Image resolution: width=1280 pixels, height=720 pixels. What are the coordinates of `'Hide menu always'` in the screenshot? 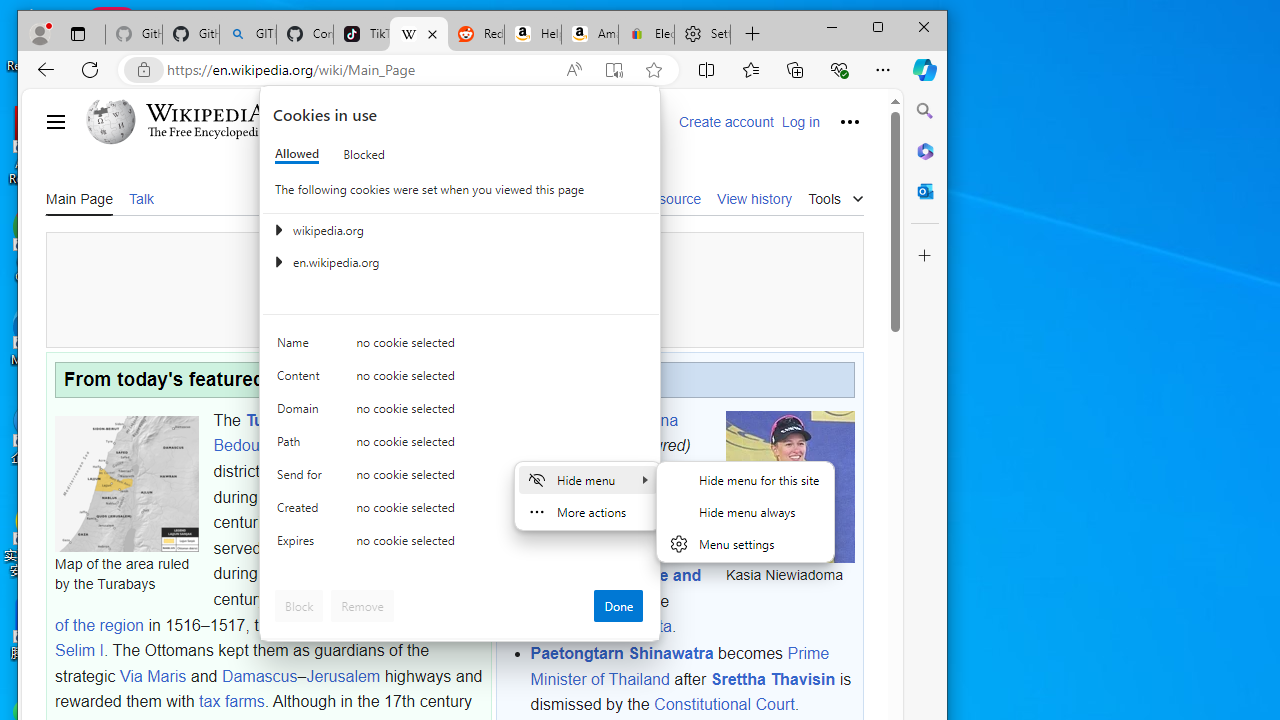 It's located at (744, 510).